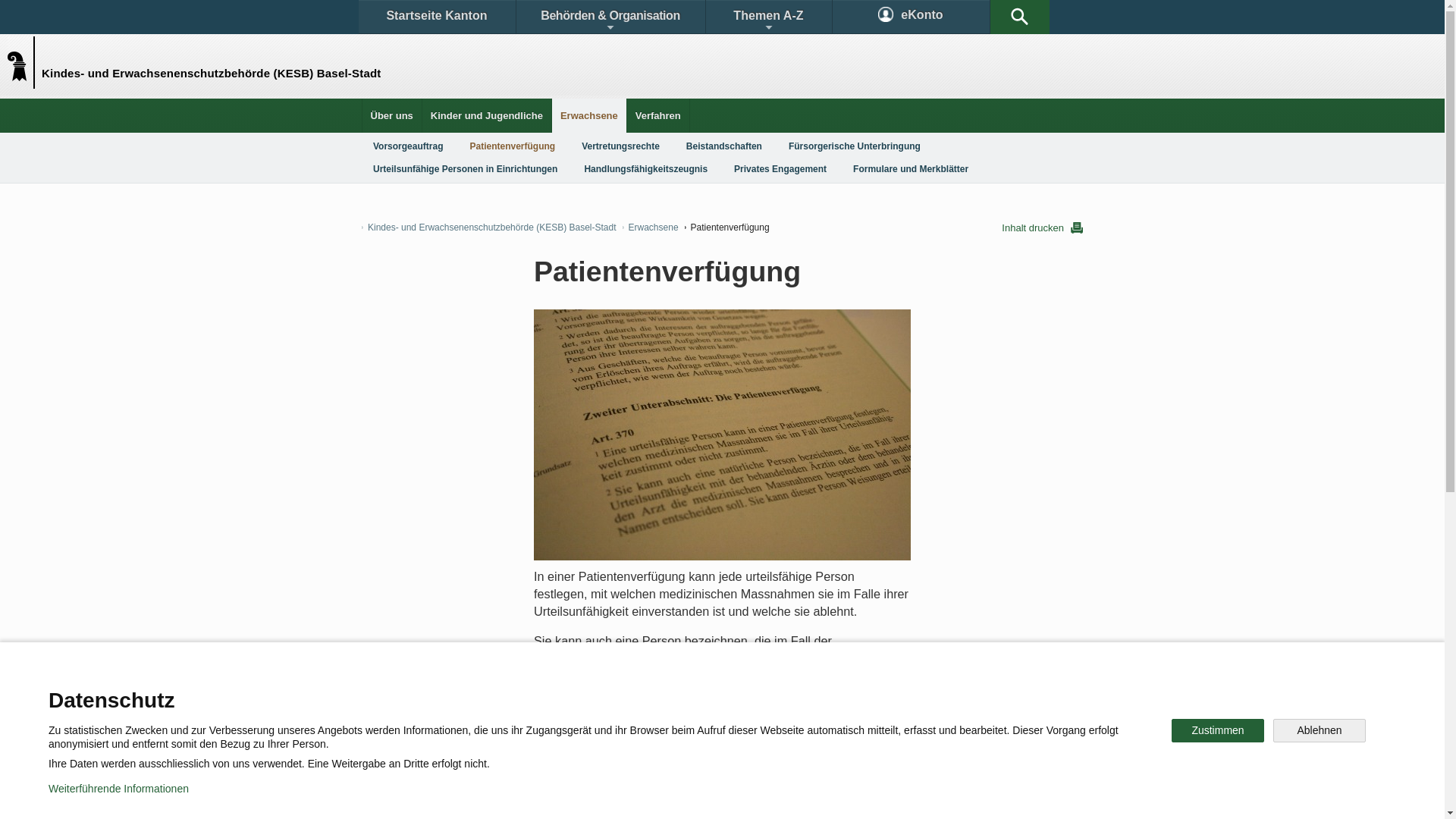  What do you see at coordinates (642, 745) in the screenshot?
I see `'Twitter'` at bounding box center [642, 745].